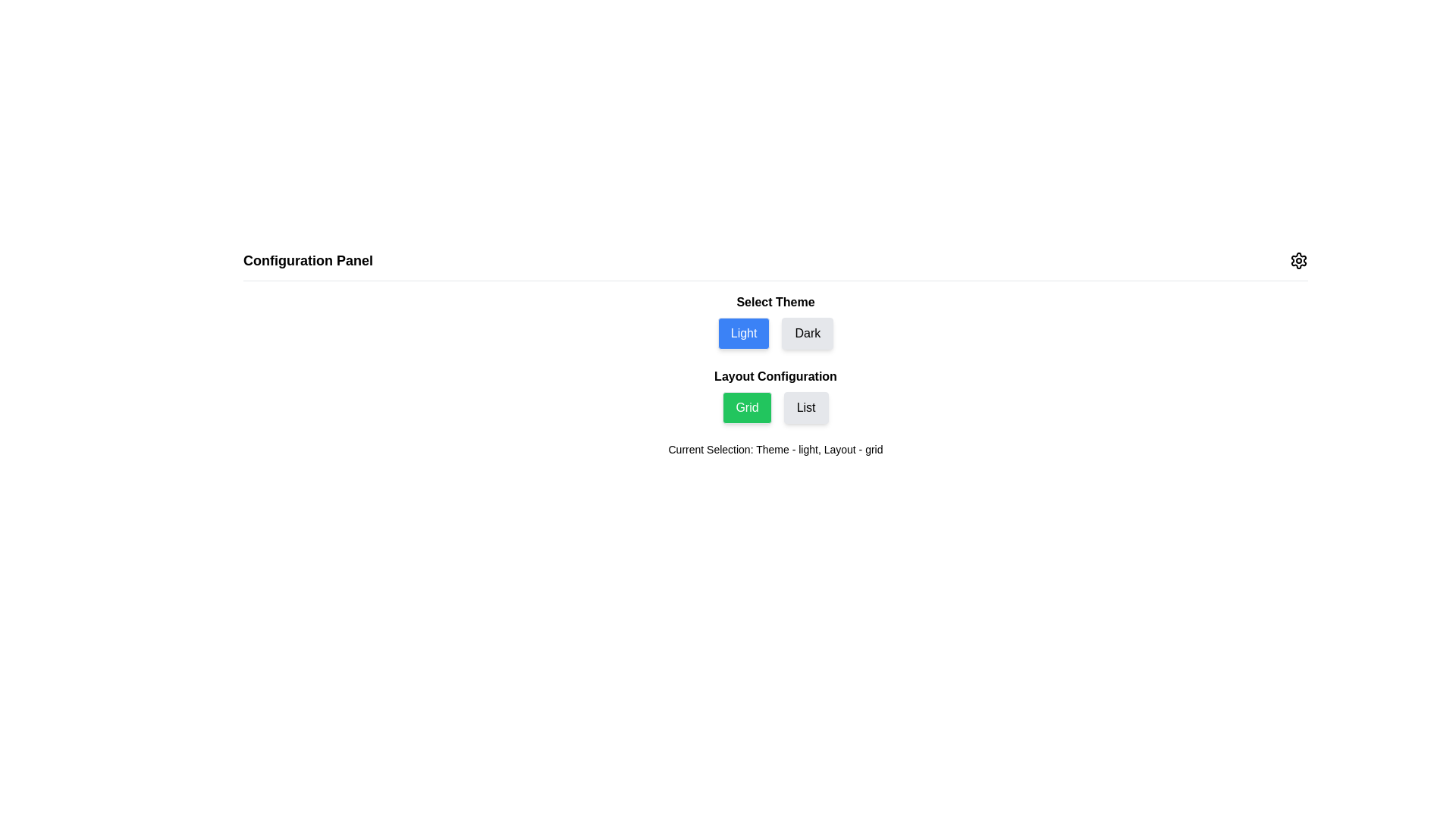 The image size is (1456, 819). I want to click on the 'List View' button located to the right of the 'Grid' button in the 'Layout Configuration' section, so click(805, 406).